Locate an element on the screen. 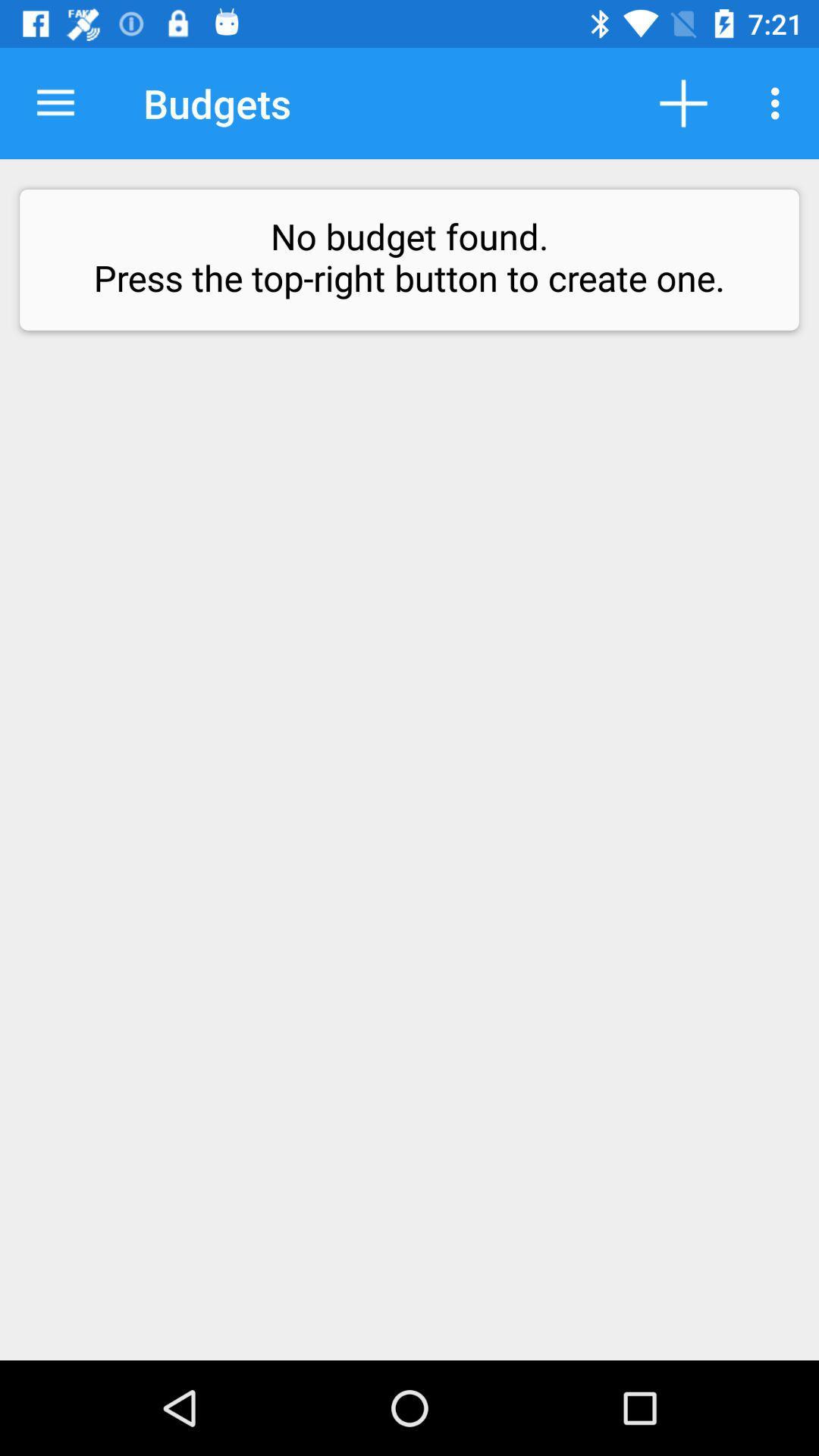 The image size is (819, 1456). icon next to budgets is located at coordinates (55, 102).